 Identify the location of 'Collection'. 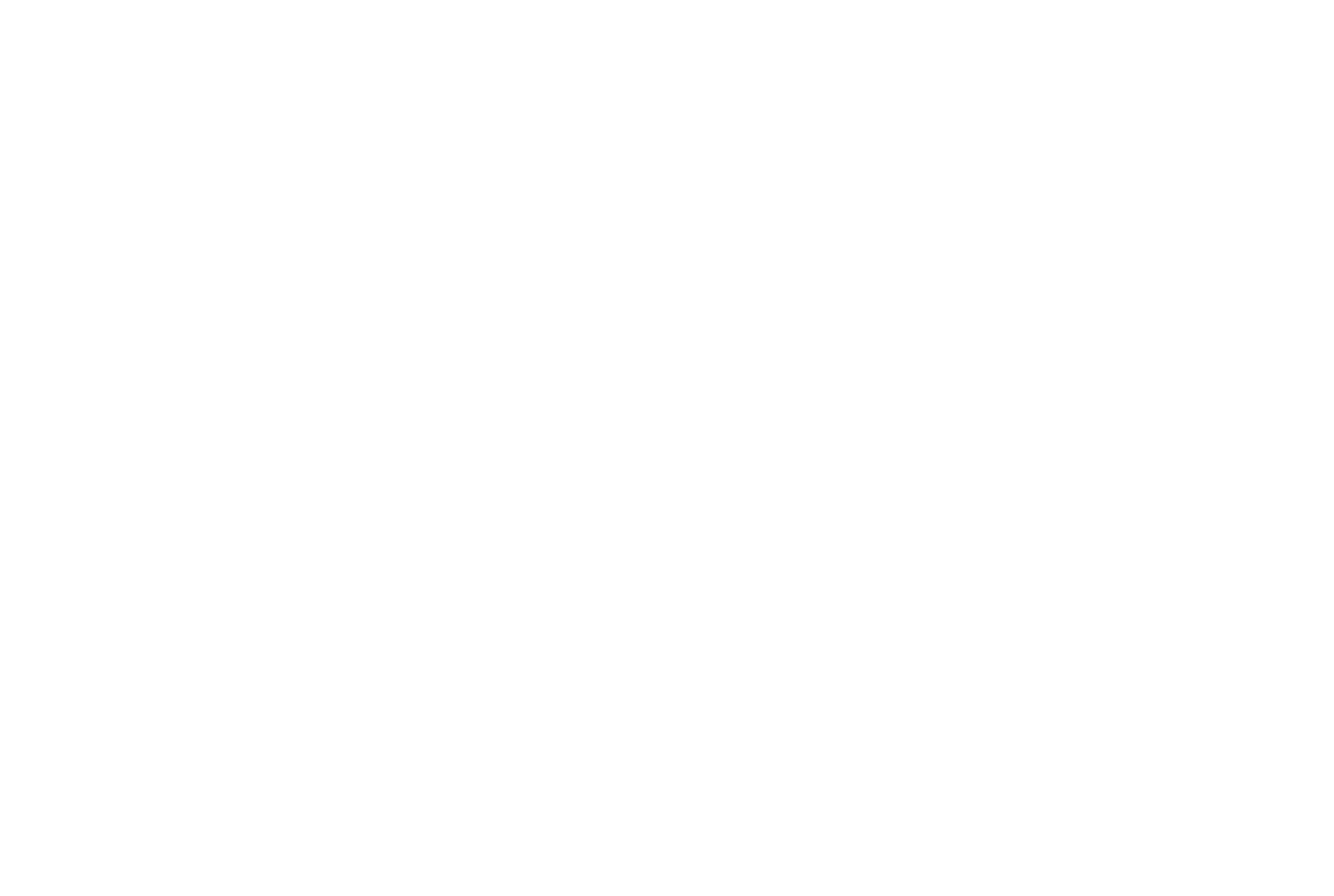
(533, 199).